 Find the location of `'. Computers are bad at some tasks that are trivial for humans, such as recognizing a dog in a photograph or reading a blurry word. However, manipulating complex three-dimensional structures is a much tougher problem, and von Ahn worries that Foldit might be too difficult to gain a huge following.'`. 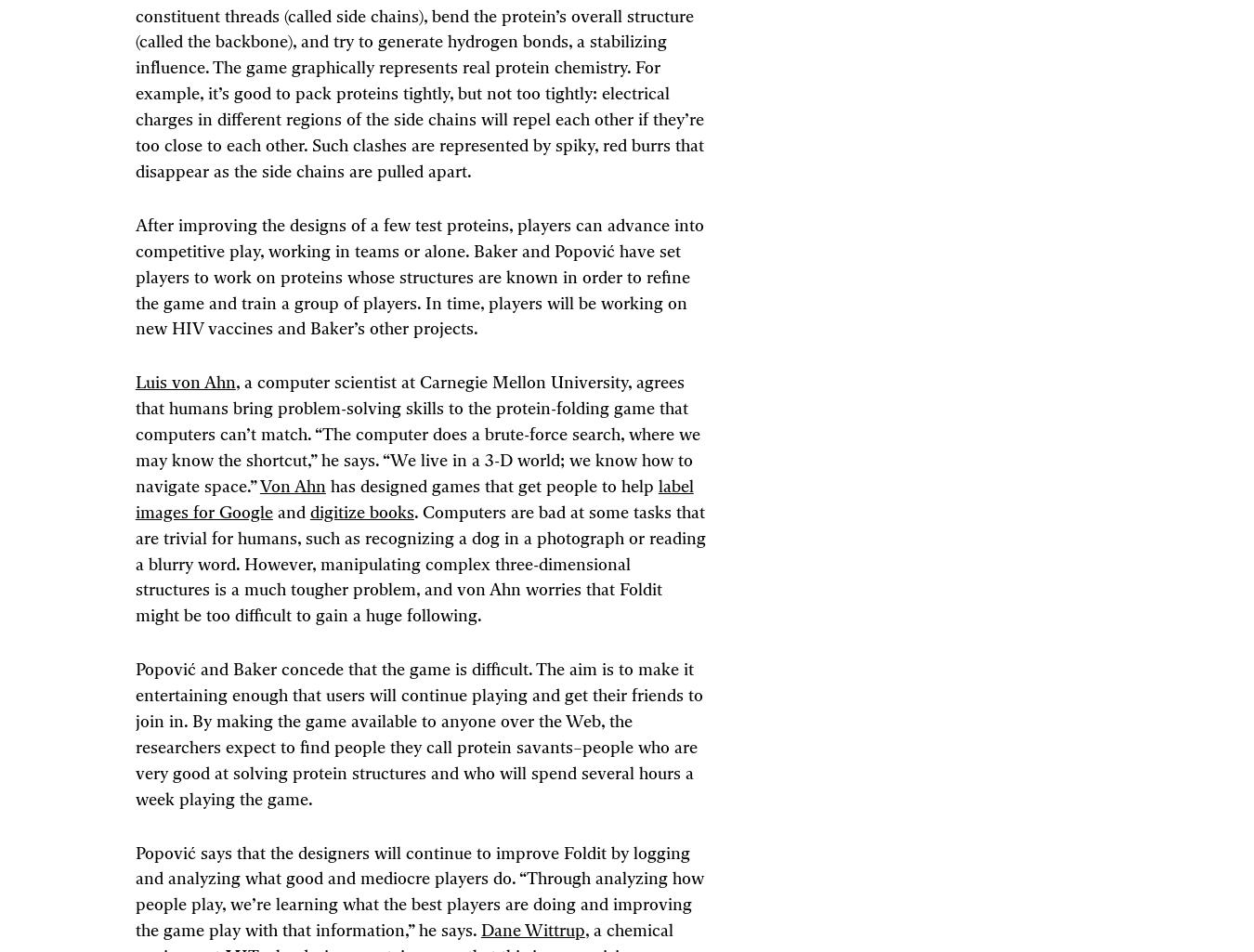

'. Computers are bad at some tasks that are trivial for humans, such as recognizing a dog in a photograph or reading a blurry word. However, manipulating complex three-dimensional structures is a much tougher problem, and von Ahn worries that Foldit might be too difficult to gain a huge following.' is located at coordinates (418, 564).